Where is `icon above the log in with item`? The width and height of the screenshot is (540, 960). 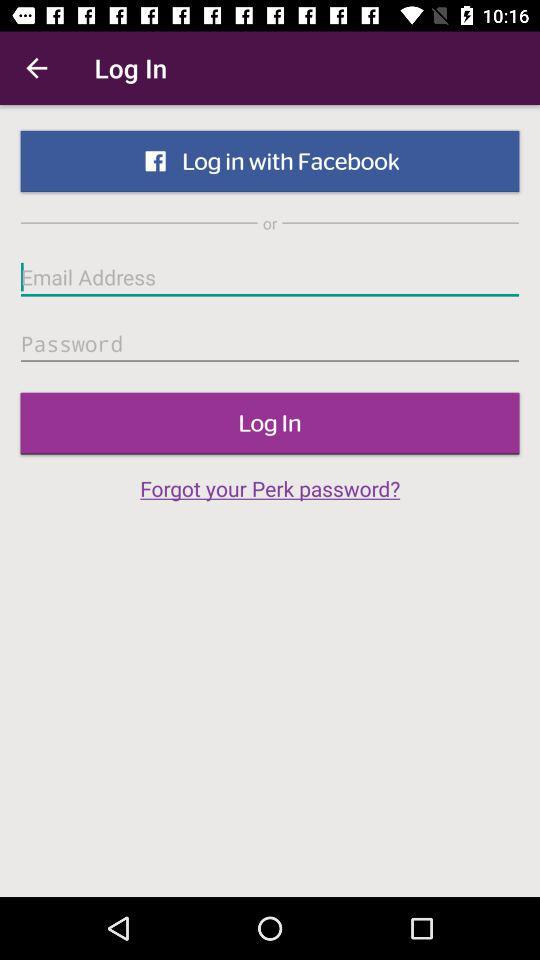 icon above the log in with item is located at coordinates (36, 68).